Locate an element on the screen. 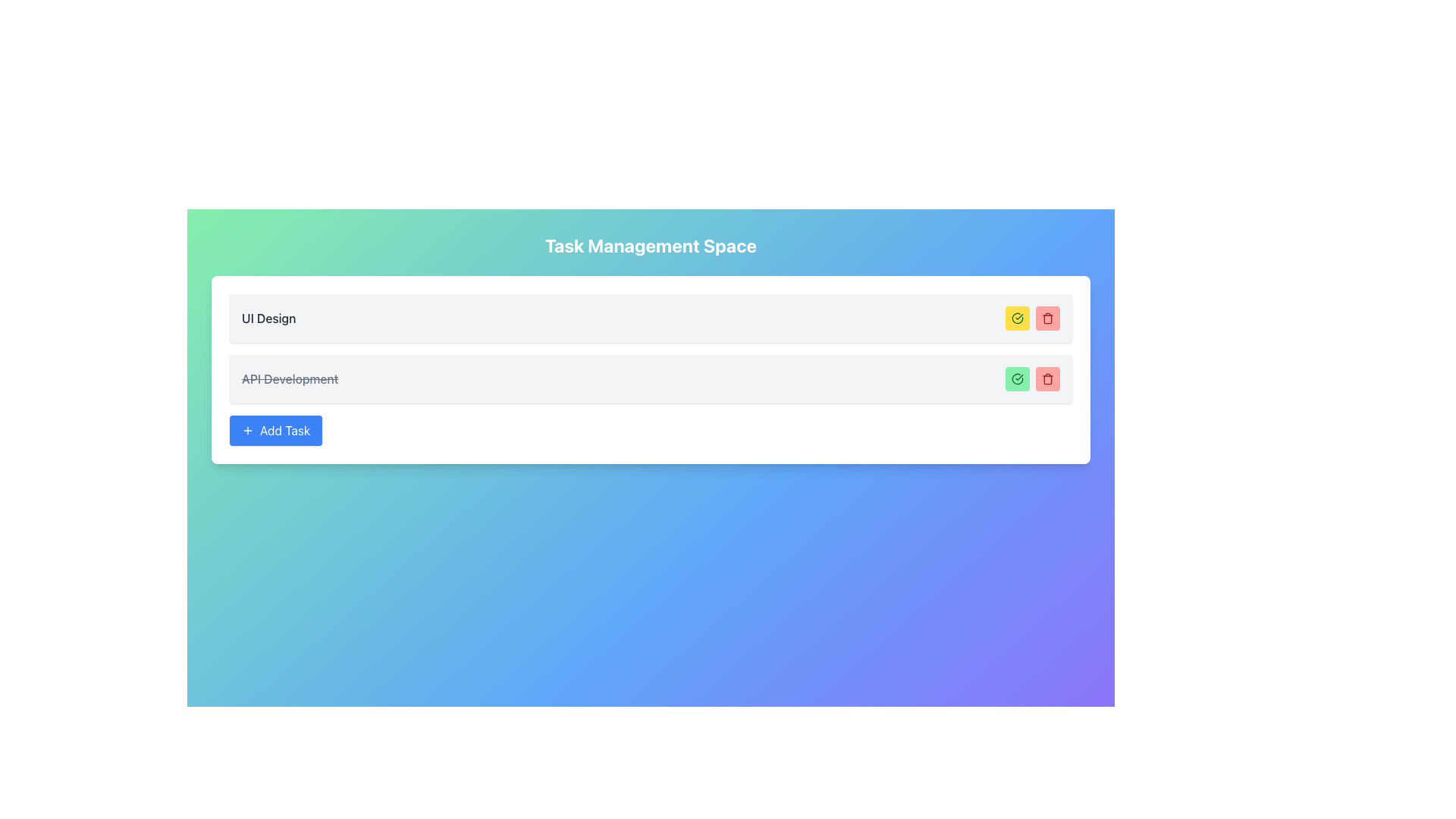 Image resolution: width=1456 pixels, height=819 pixels. the confirmation button with an embedded icon located in the top row of tasks, specifically the second element from the left, to confirm or complete the task is located at coordinates (1018, 318).